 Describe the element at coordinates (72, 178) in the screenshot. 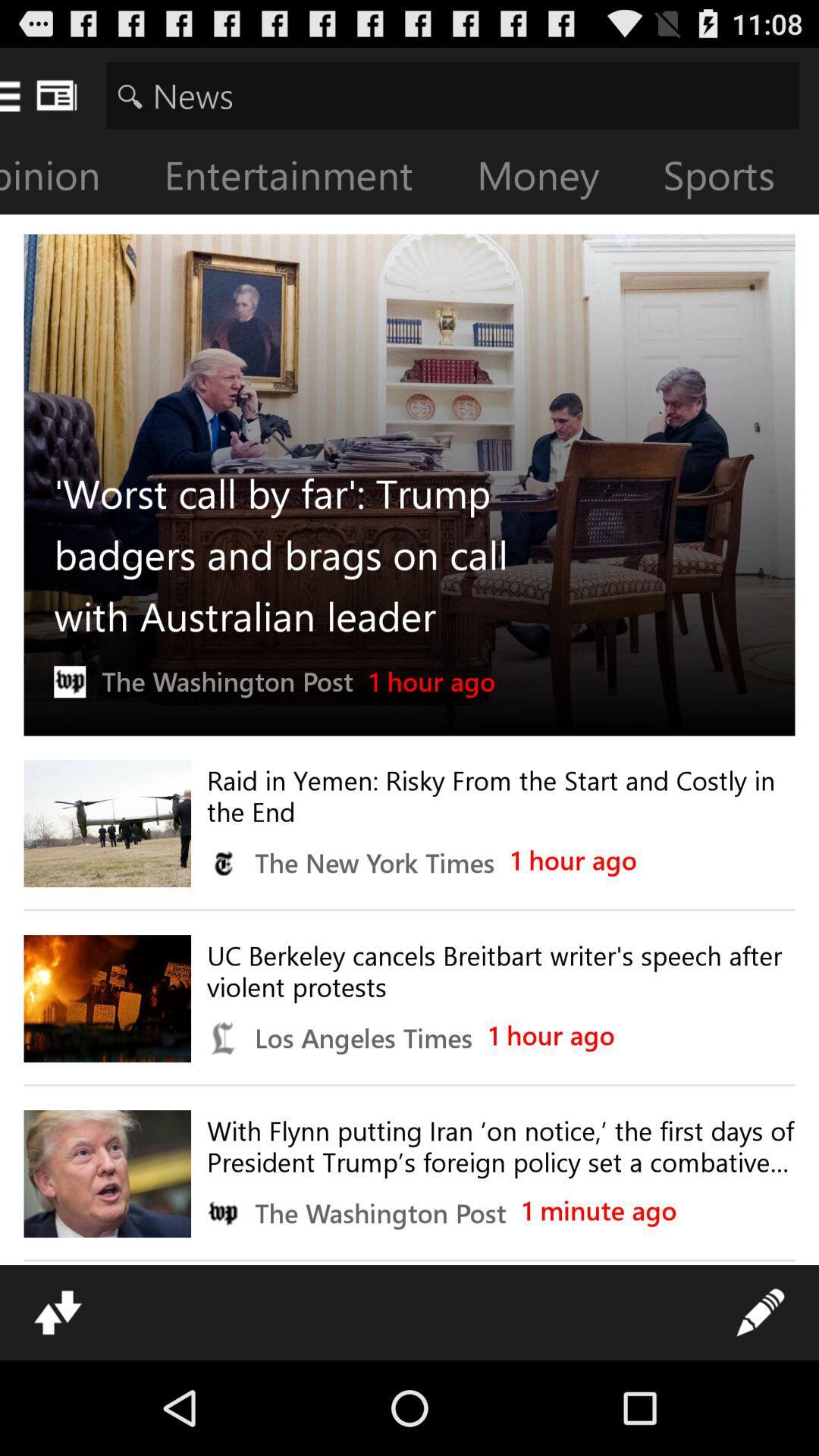

I see `the opinion` at that location.